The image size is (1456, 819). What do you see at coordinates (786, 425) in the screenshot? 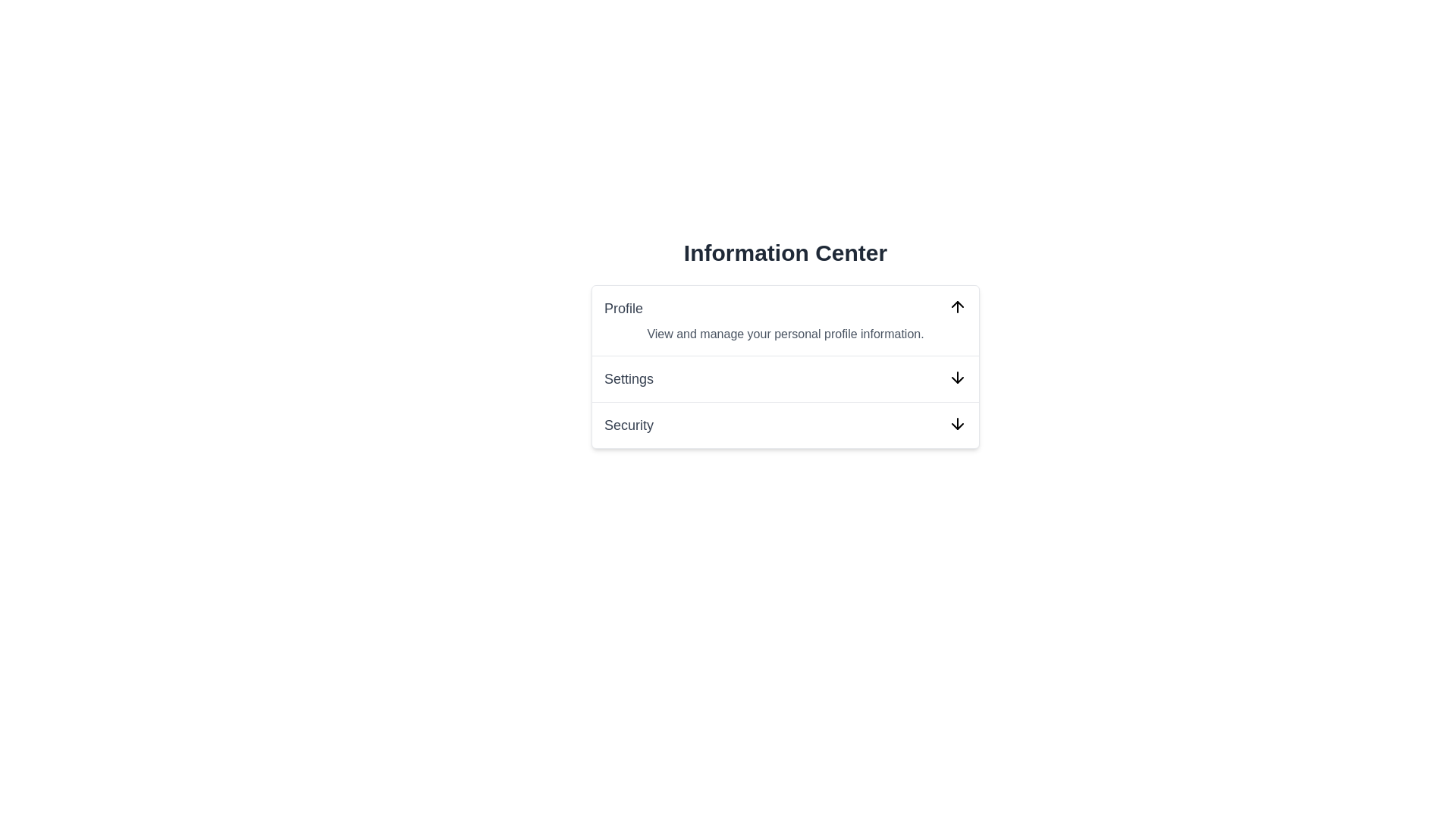
I see `the 'Security' button, which is the third item in the vertical list within the 'Information Center' card` at bounding box center [786, 425].